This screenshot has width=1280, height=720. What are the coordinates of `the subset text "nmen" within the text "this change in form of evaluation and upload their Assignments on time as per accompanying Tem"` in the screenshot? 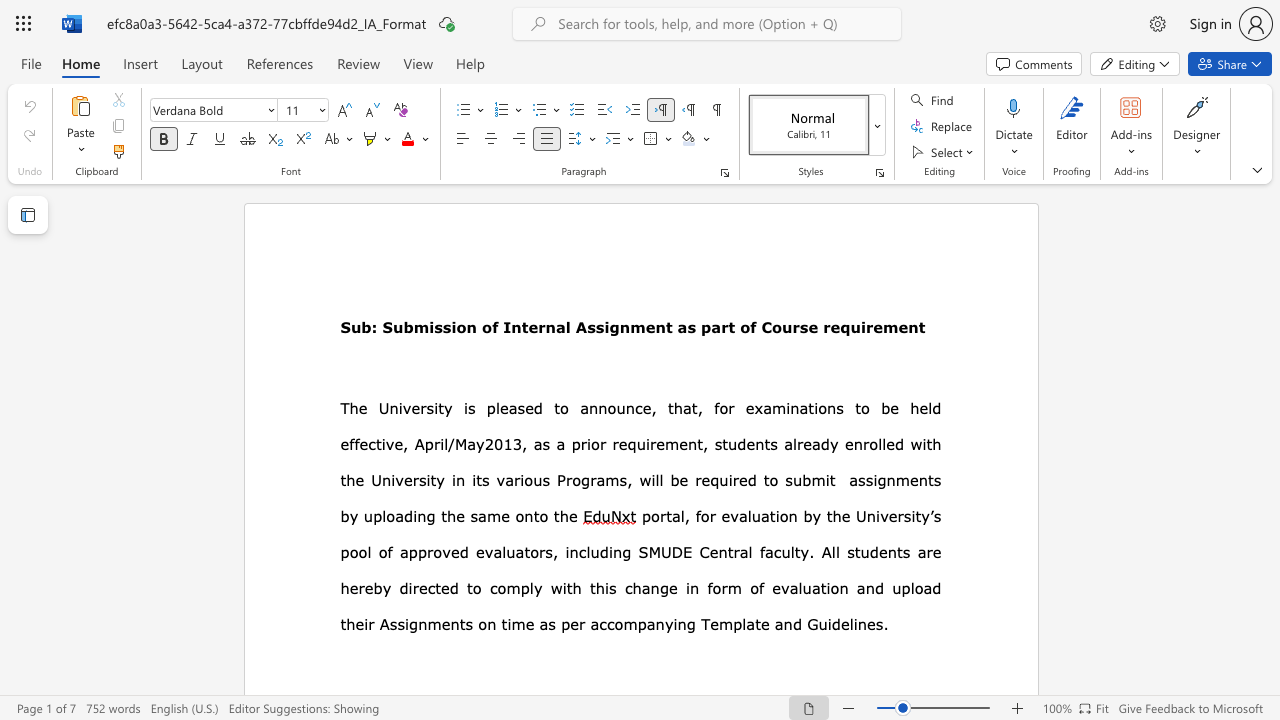 It's located at (417, 623).